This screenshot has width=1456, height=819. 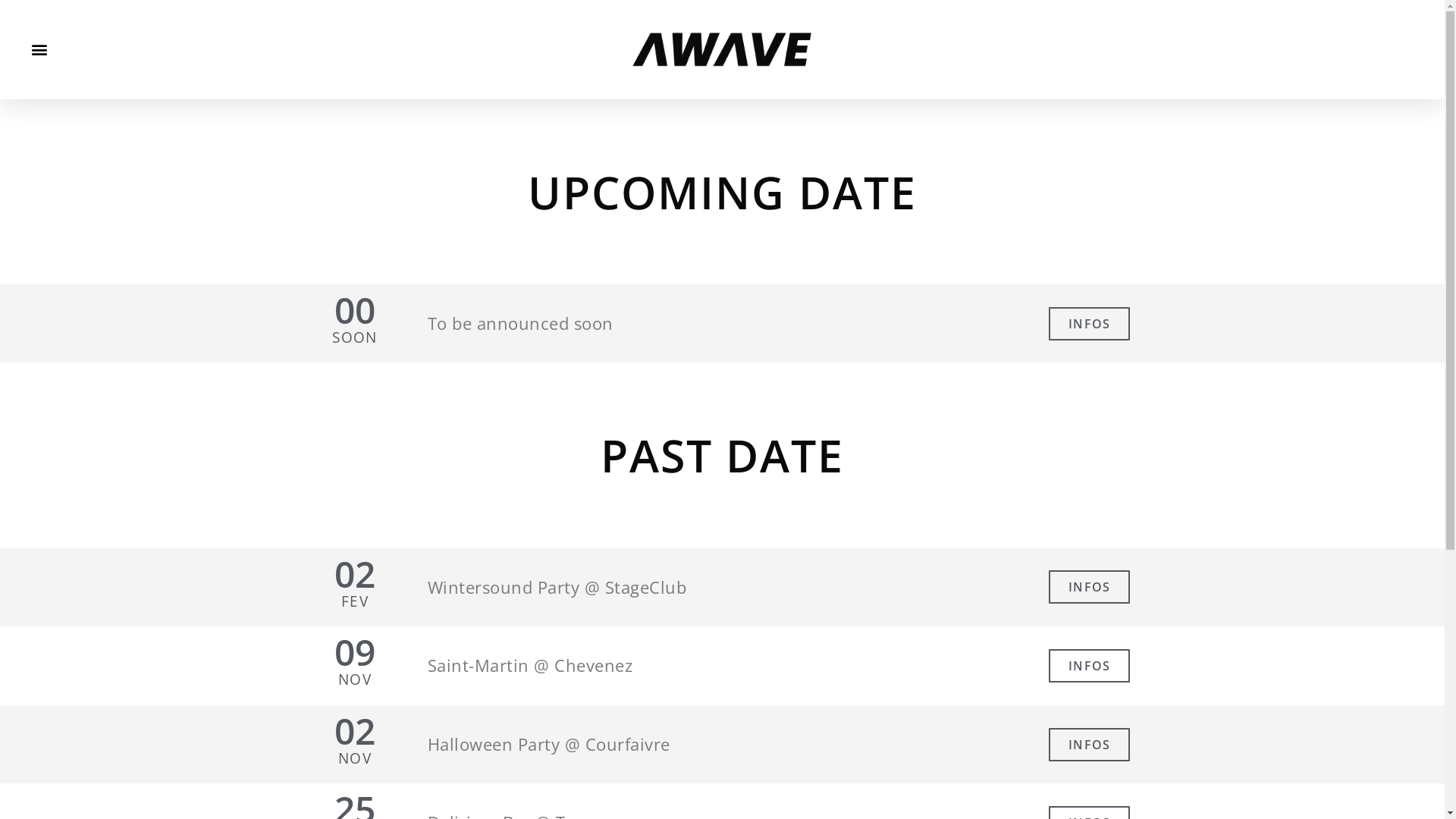 What do you see at coordinates (1088, 323) in the screenshot?
I see `'INFOS'` at bounding box center [1088, 323].